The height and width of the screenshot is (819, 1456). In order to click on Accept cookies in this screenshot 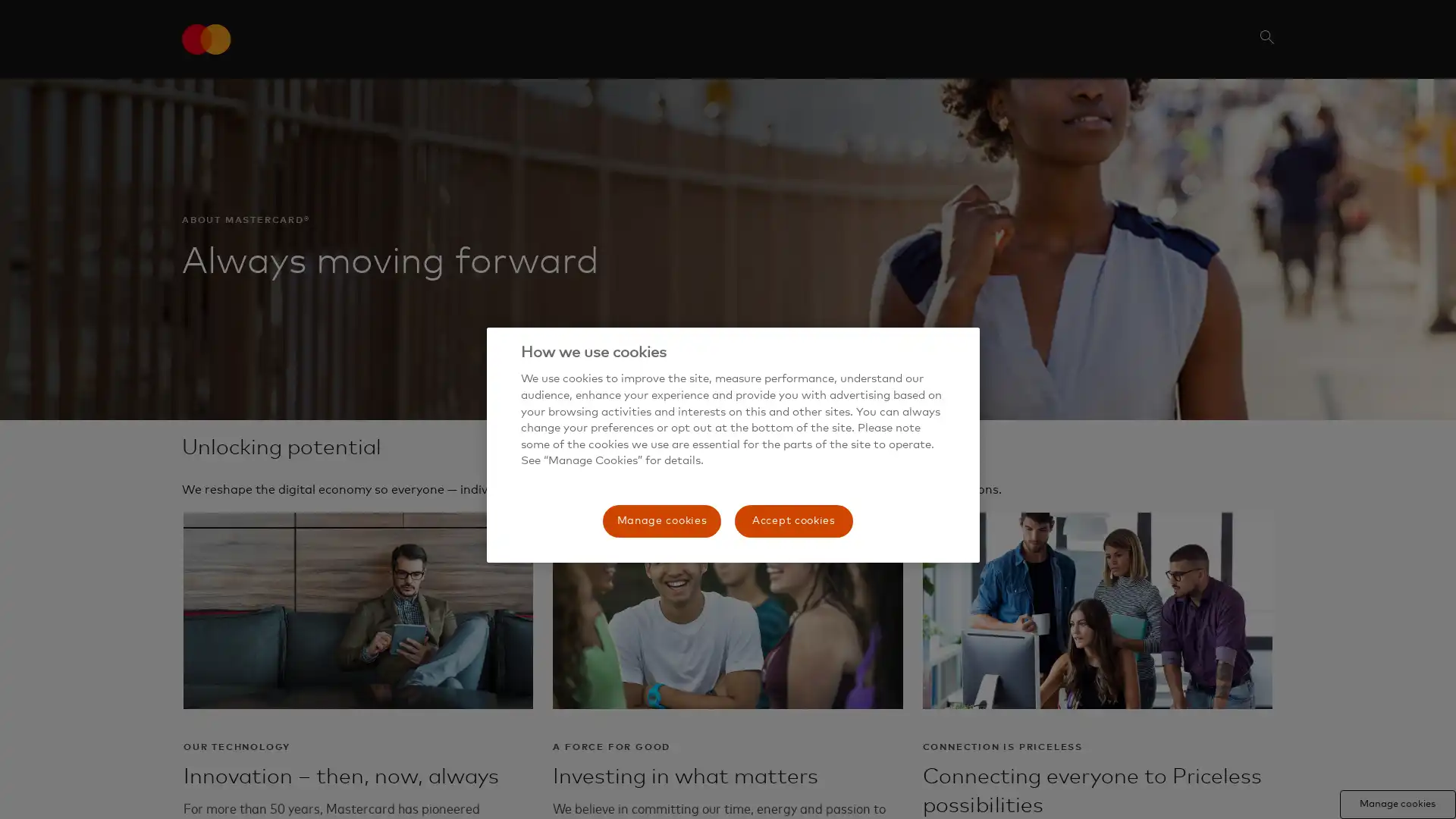, I will do `click(792, 519)`.